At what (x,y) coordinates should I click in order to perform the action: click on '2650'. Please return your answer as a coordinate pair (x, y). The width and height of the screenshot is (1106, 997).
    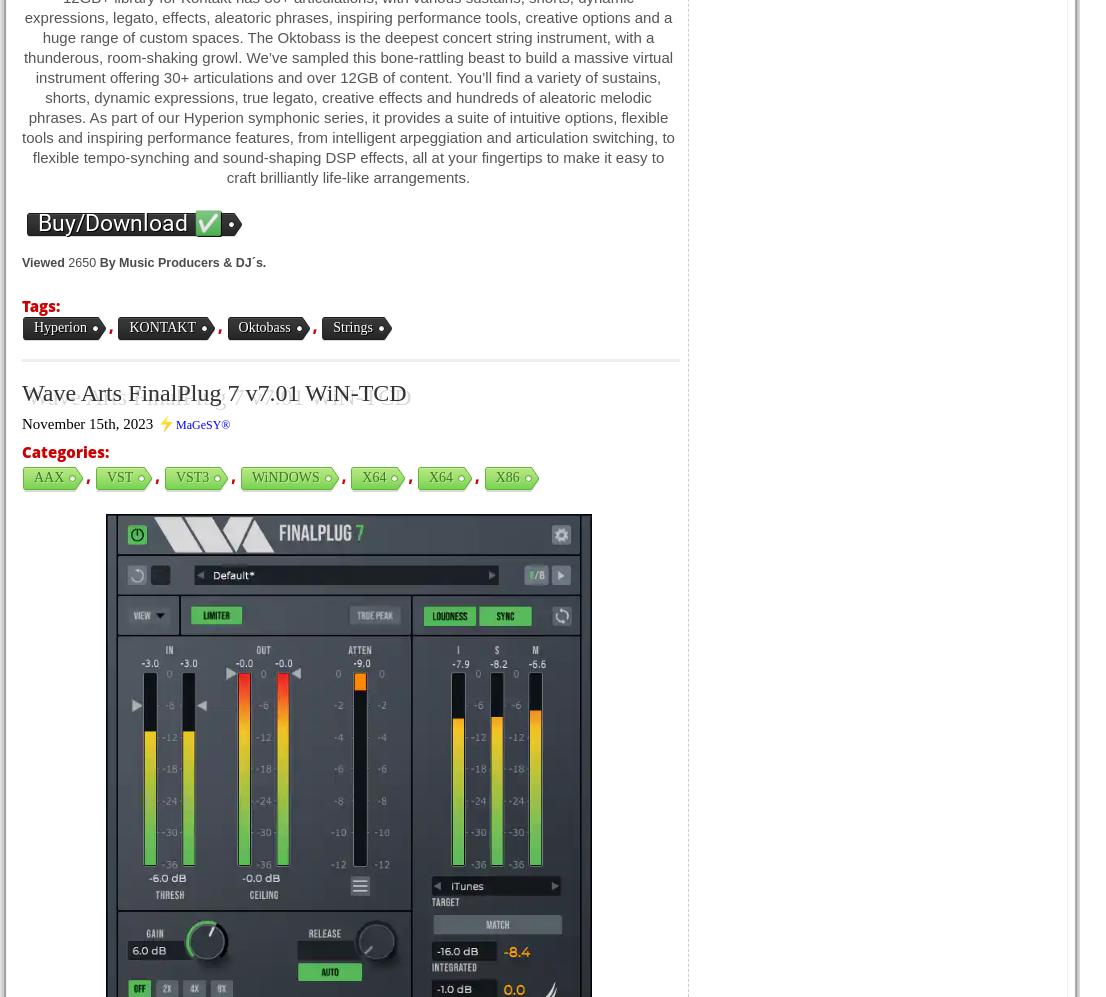
    Looking at the image, I should click on (81, 262).